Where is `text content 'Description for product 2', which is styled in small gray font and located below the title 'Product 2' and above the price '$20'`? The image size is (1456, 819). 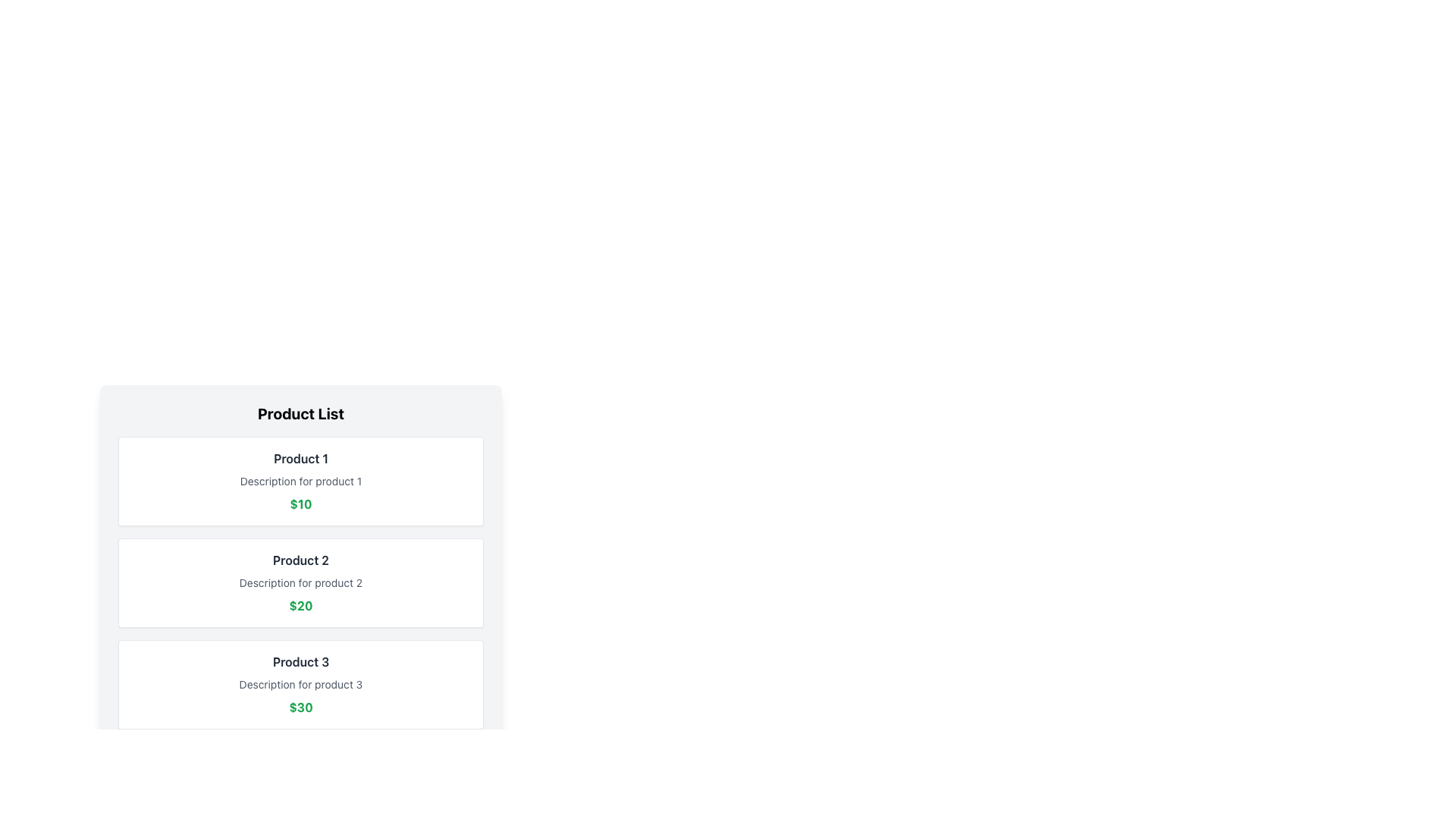
text content 'Description for product 2', which is styled in small gray font and located below the title 'Product 2' and above the price '$20' is located at coordinates (301, 582).